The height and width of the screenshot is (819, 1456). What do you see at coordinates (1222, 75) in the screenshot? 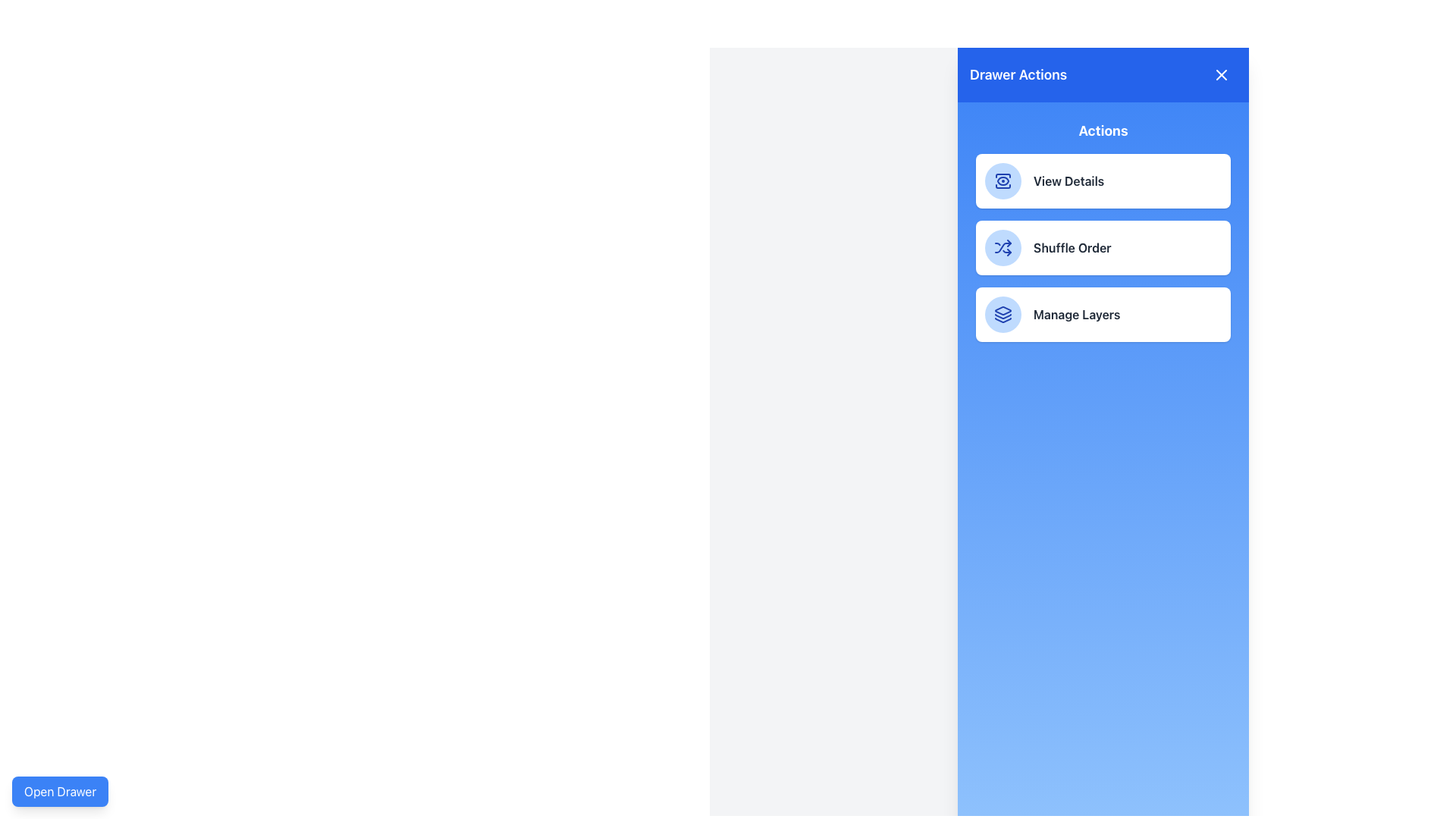
I see `the 'X' icon in the top right corner of the 'Drawer Actions' header bar` at bounding box center [1222, 75].